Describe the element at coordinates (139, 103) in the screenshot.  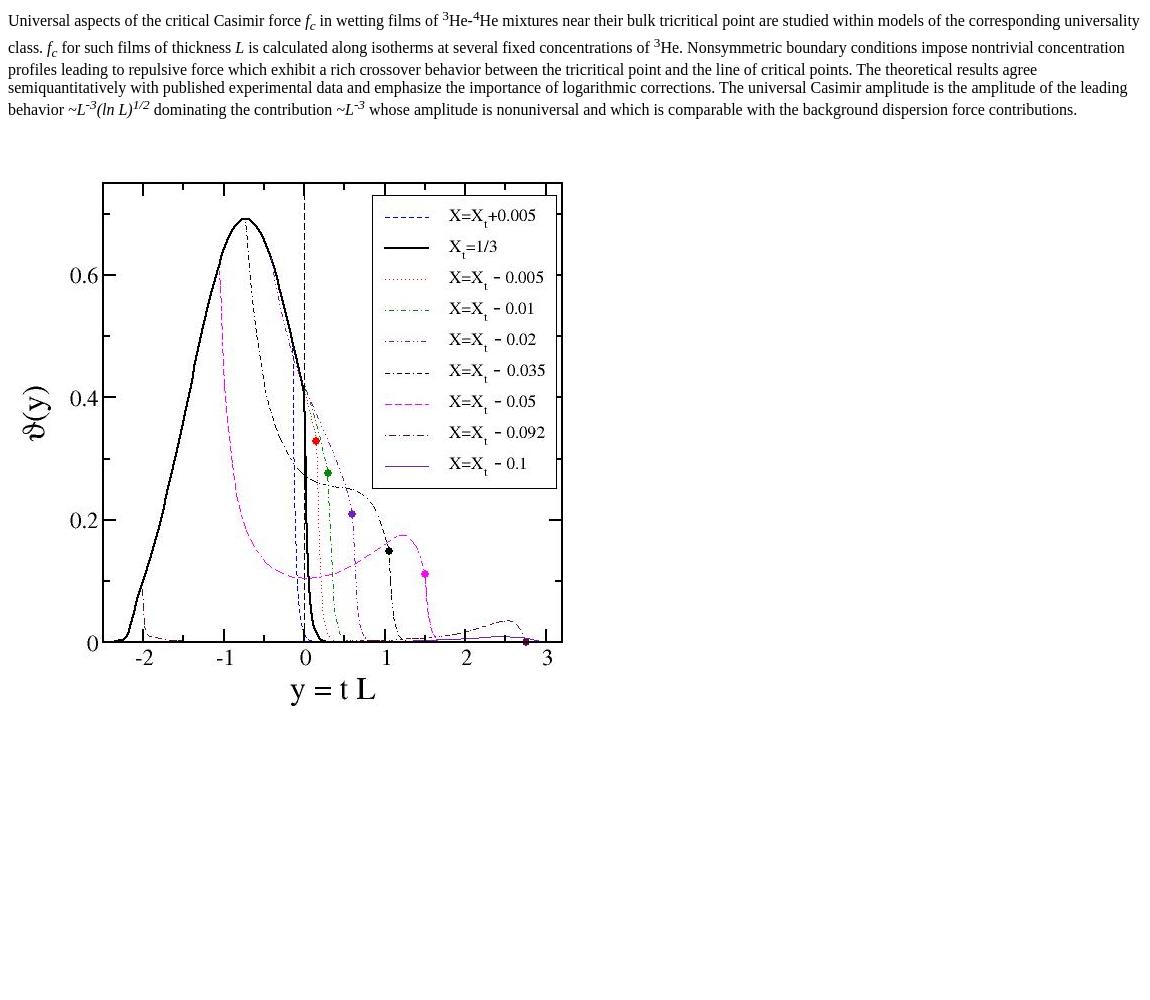
I see `'1/2'` at that location.